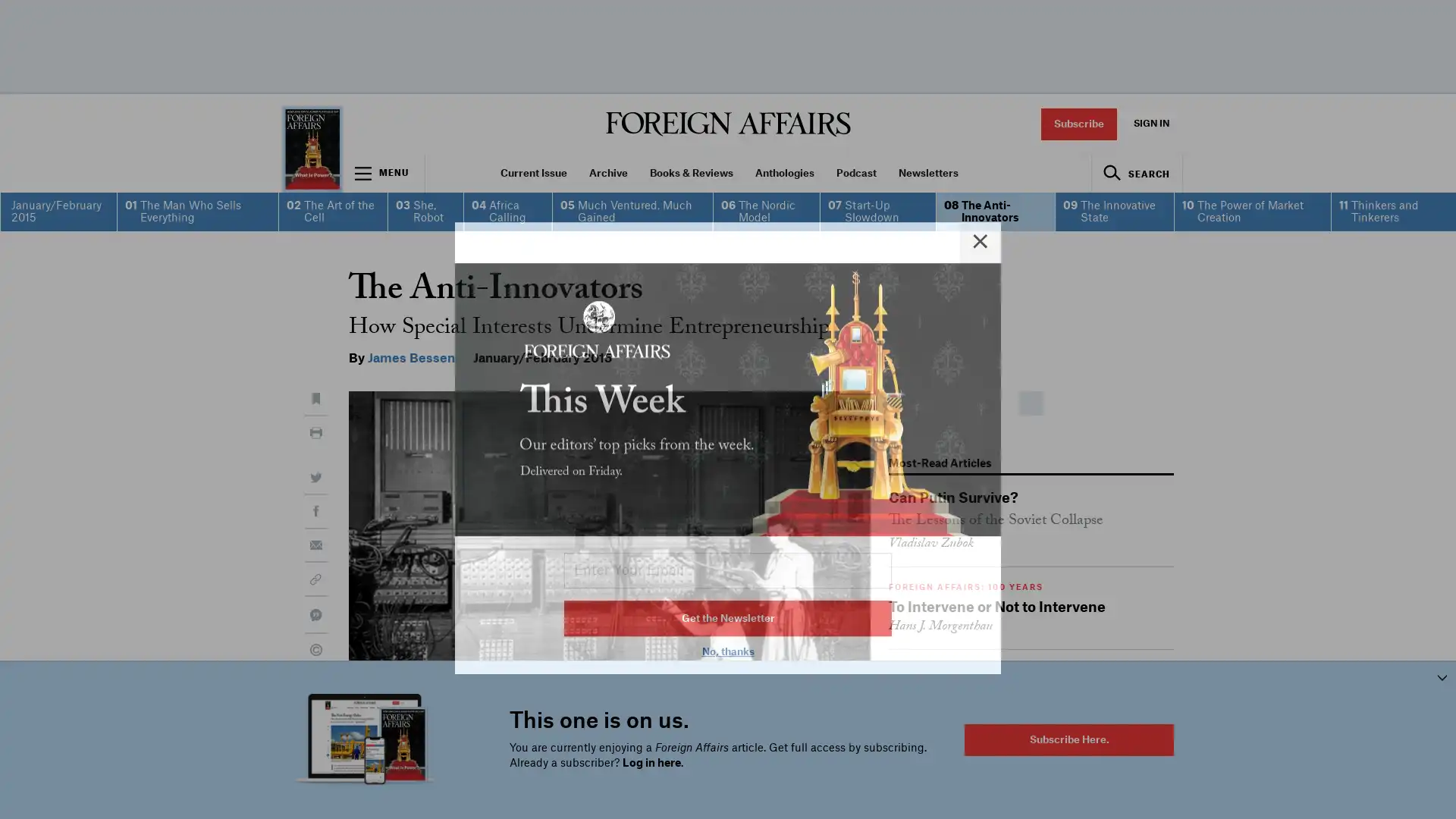 The width and height of the screenshot is (1456, 819). What do you see at coordinates (533, 172) in the screenshot?
I see `Current Issue` at bounding box center [533, 172].